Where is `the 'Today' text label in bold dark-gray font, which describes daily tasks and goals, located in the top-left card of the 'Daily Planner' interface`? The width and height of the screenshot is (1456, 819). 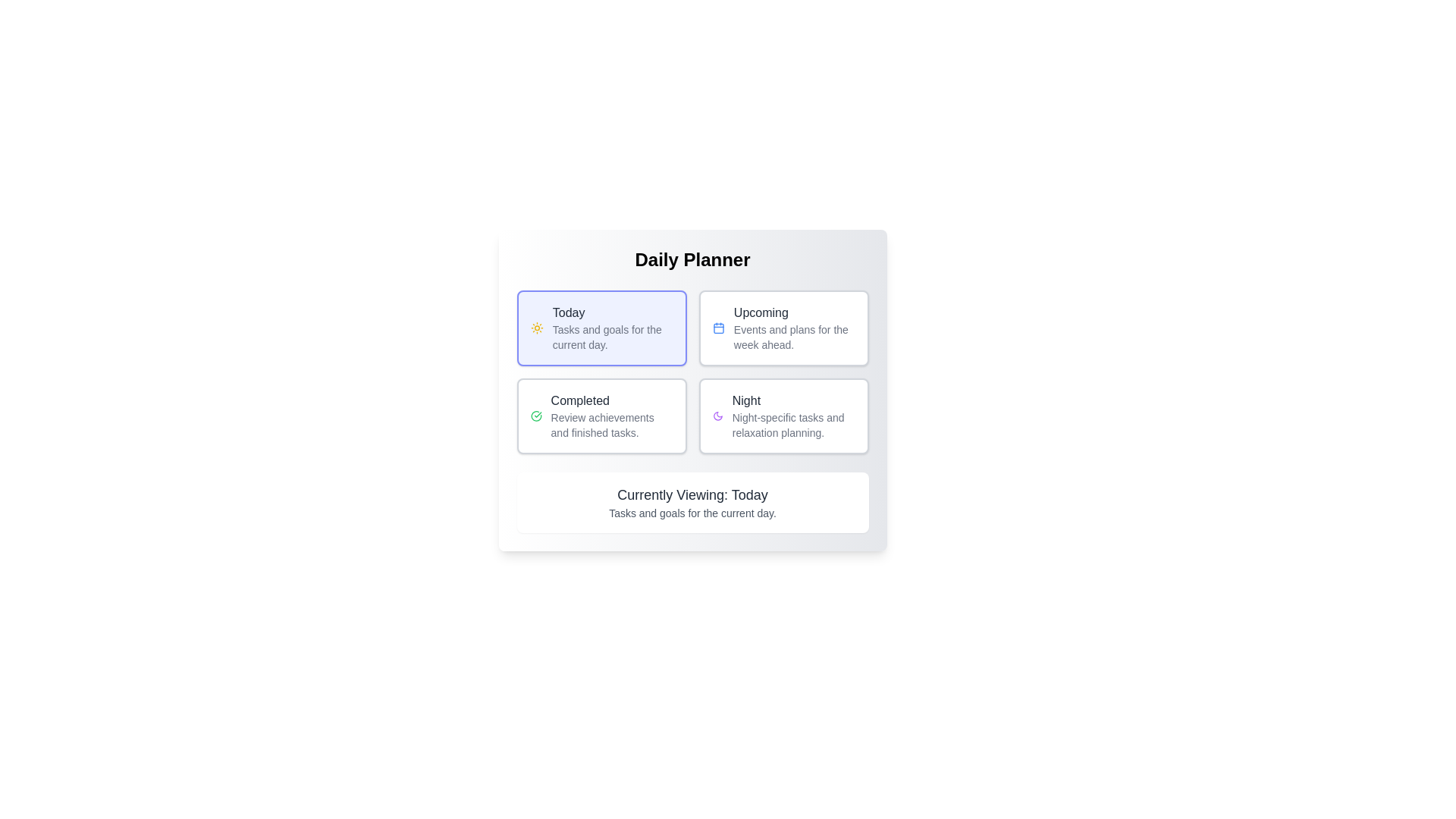
the 'Today' text label in bold dark-gray font, which describes daily tasks and goals, located in the top-left card of the 'Daily Planner' interface is located at coordinates (613, 327).